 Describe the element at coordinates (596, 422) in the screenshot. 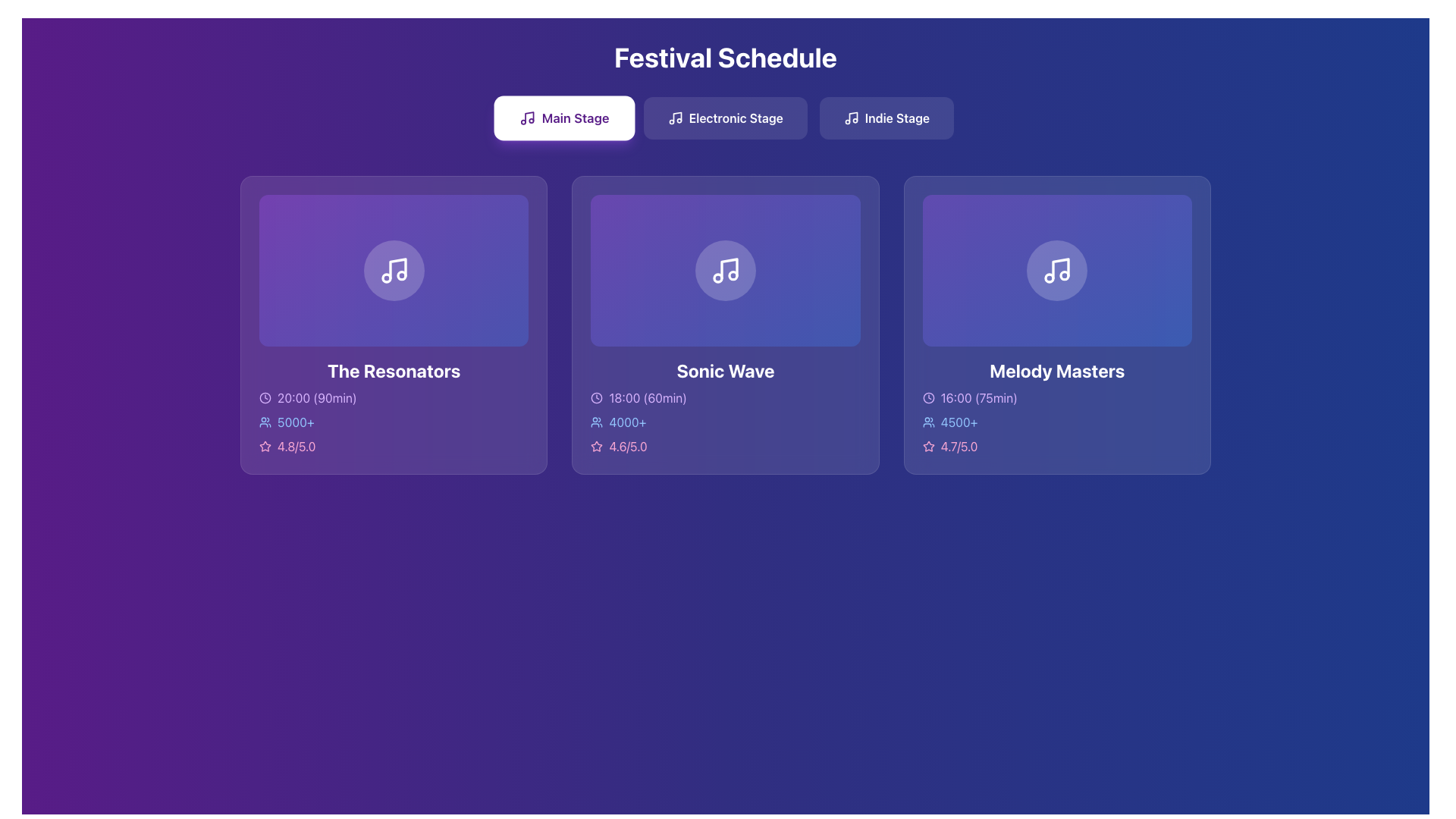

I see `the icon representing users or attendees, which is positioned directly to the left of the '4000+' text` at that location.